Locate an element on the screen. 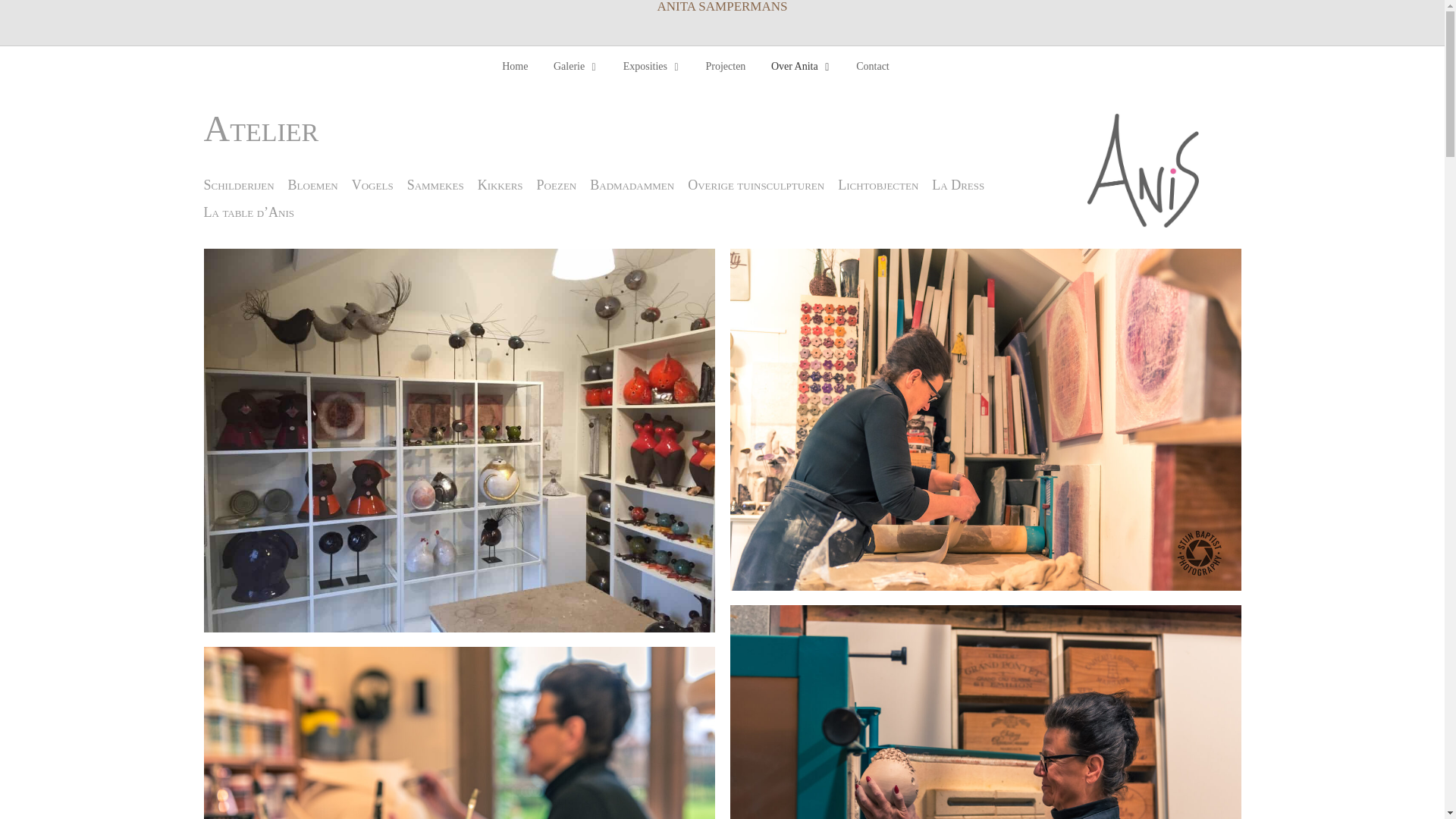 Image resolution: width=1456 pixels, height=819 pixels. 'Poezen' is located at coordinates (556, 184).